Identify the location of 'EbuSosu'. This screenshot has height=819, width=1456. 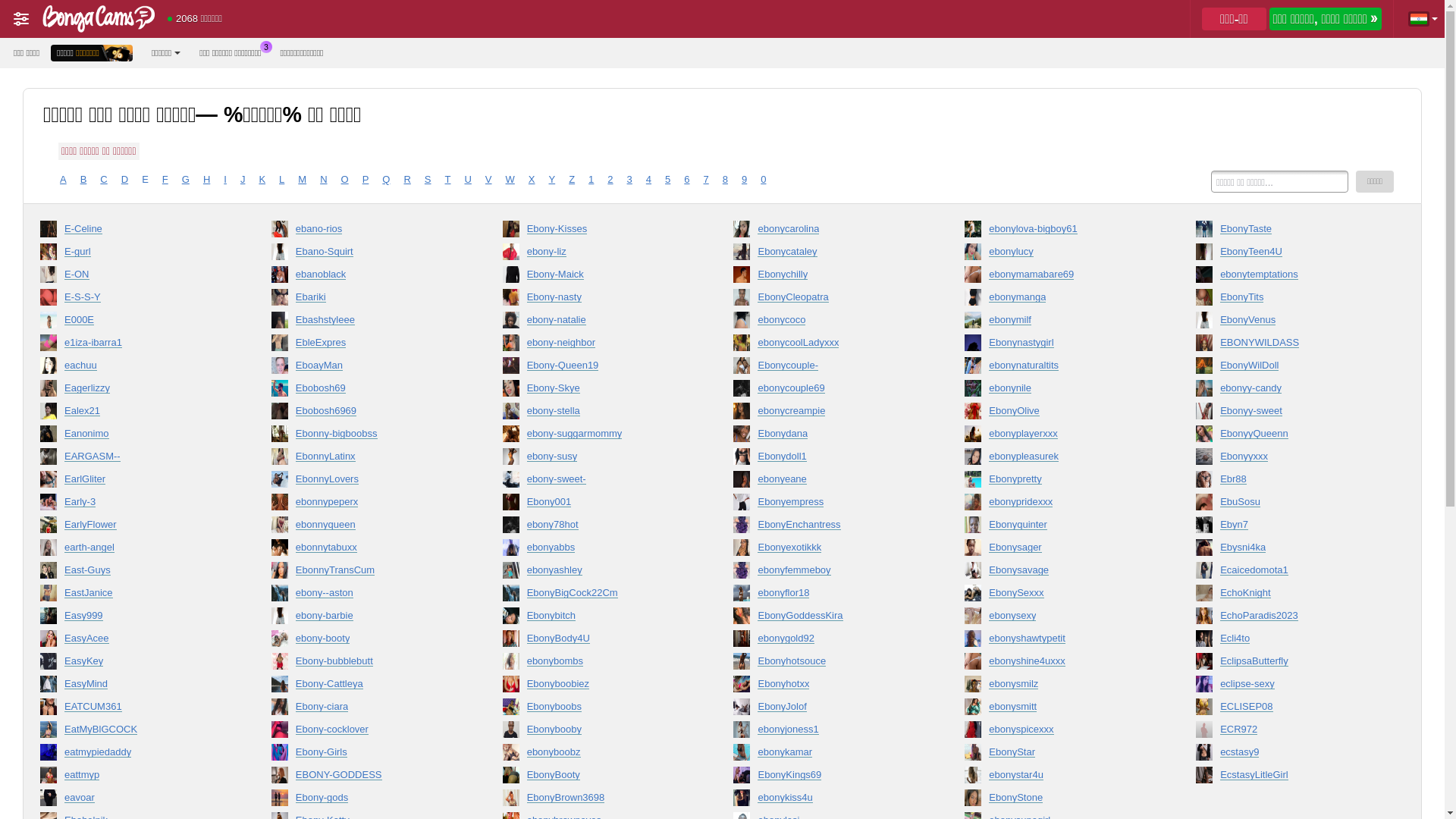
(1288, 505).